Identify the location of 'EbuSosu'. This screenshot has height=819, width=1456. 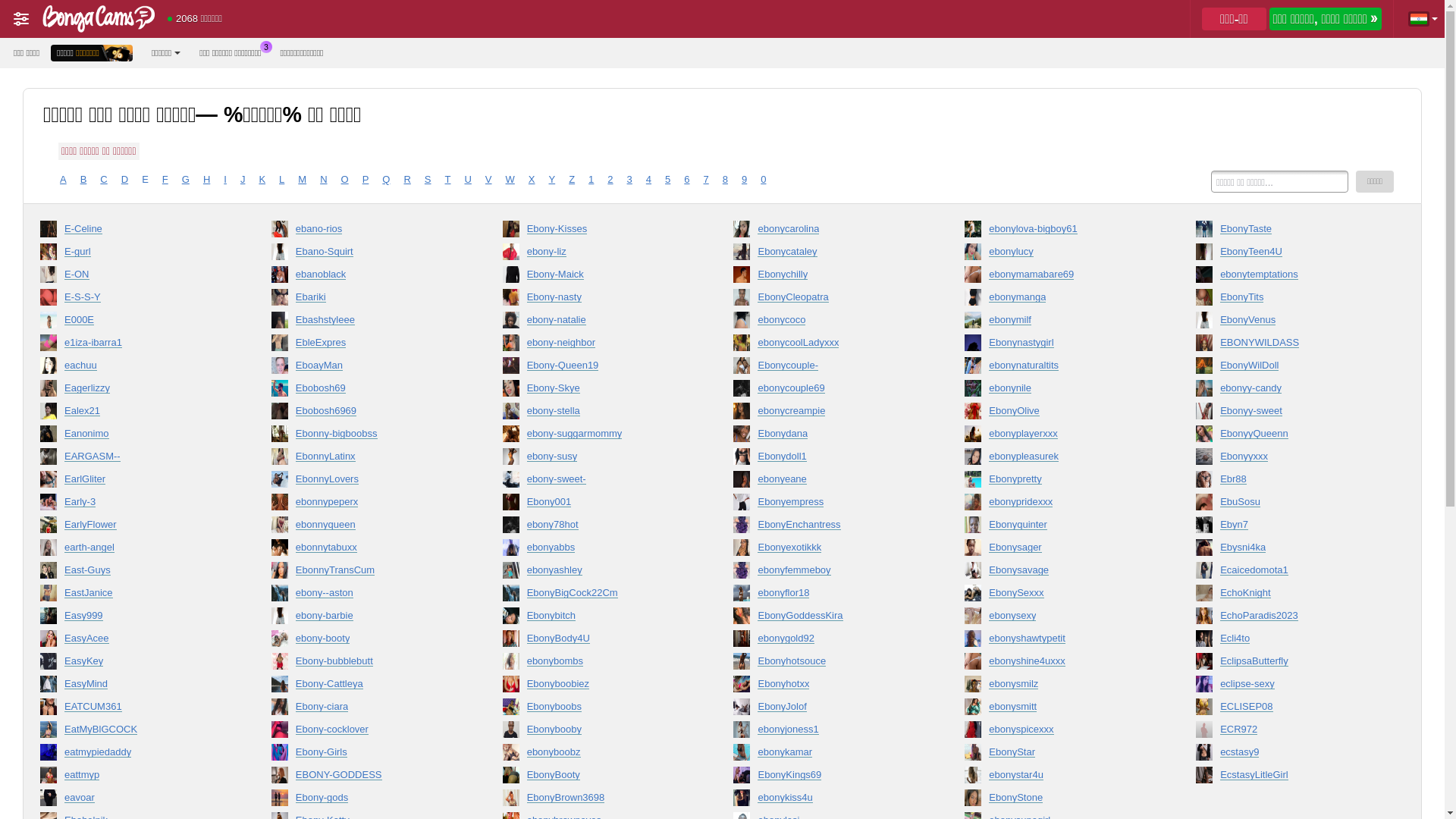
(1288, 505).